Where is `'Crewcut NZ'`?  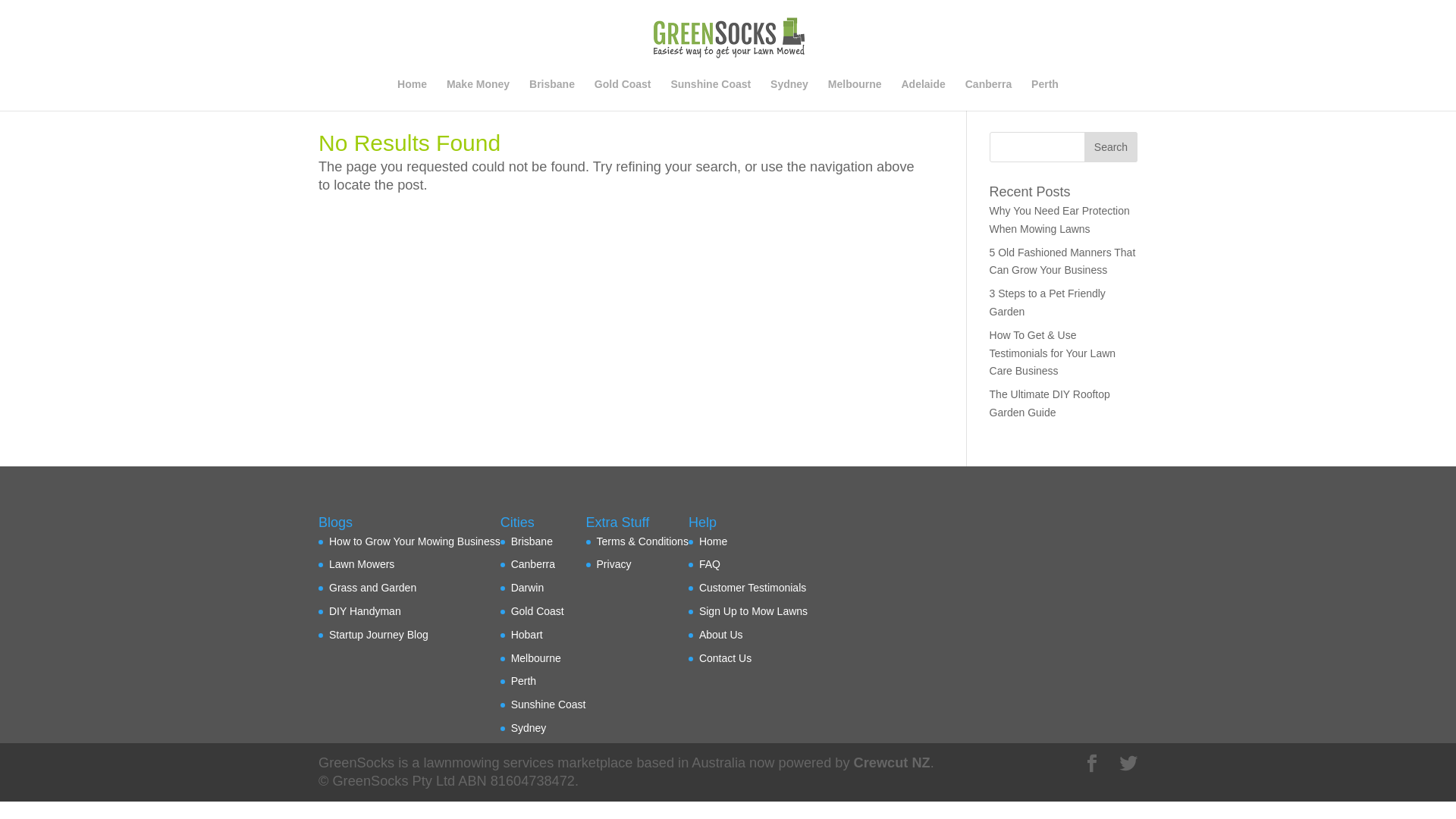
'Crewcut NZ' is located at coordinates (854, 763).